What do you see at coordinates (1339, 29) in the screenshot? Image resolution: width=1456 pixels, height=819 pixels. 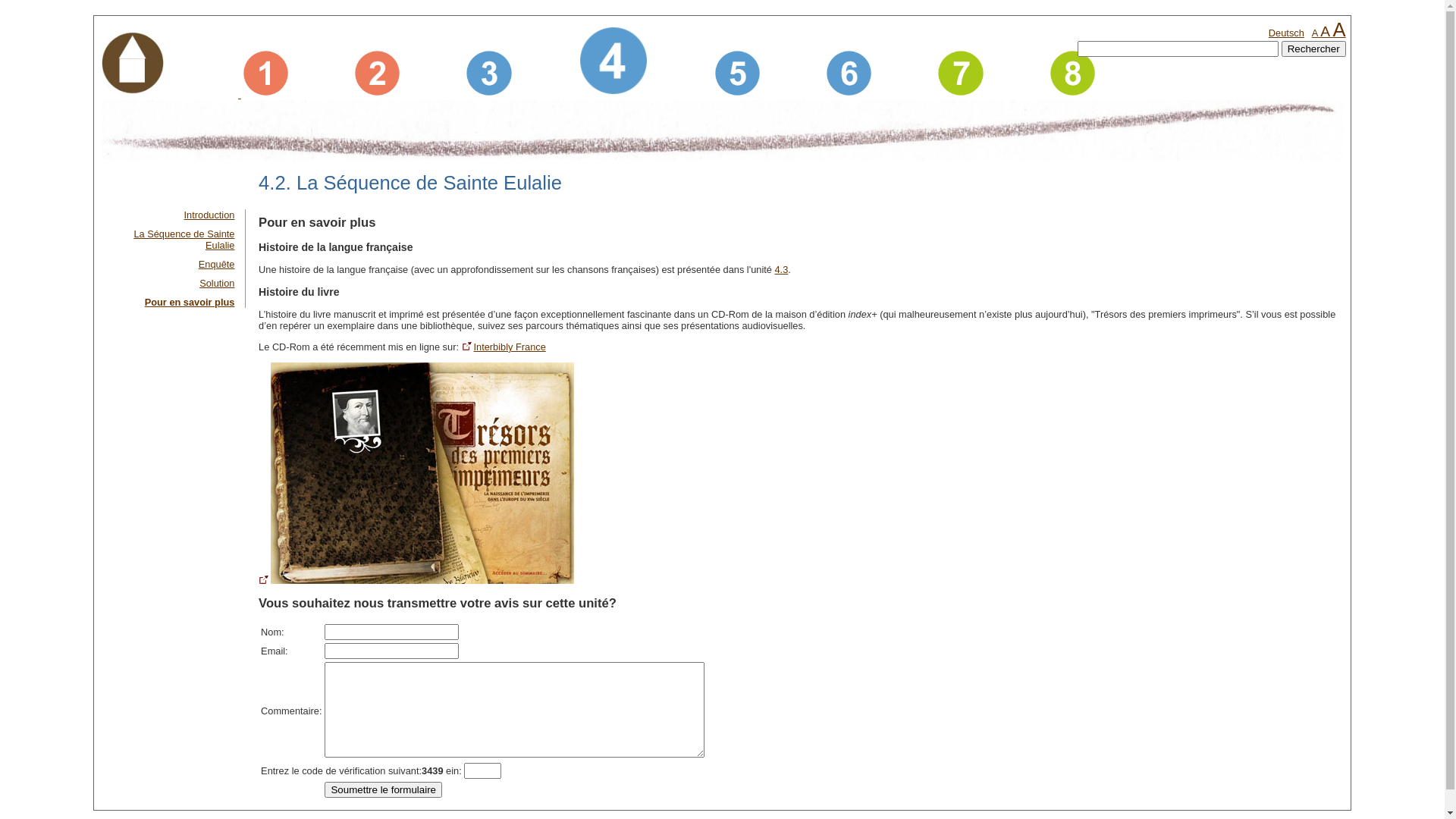 I see `'A'` at bounding box center [1339, 29].